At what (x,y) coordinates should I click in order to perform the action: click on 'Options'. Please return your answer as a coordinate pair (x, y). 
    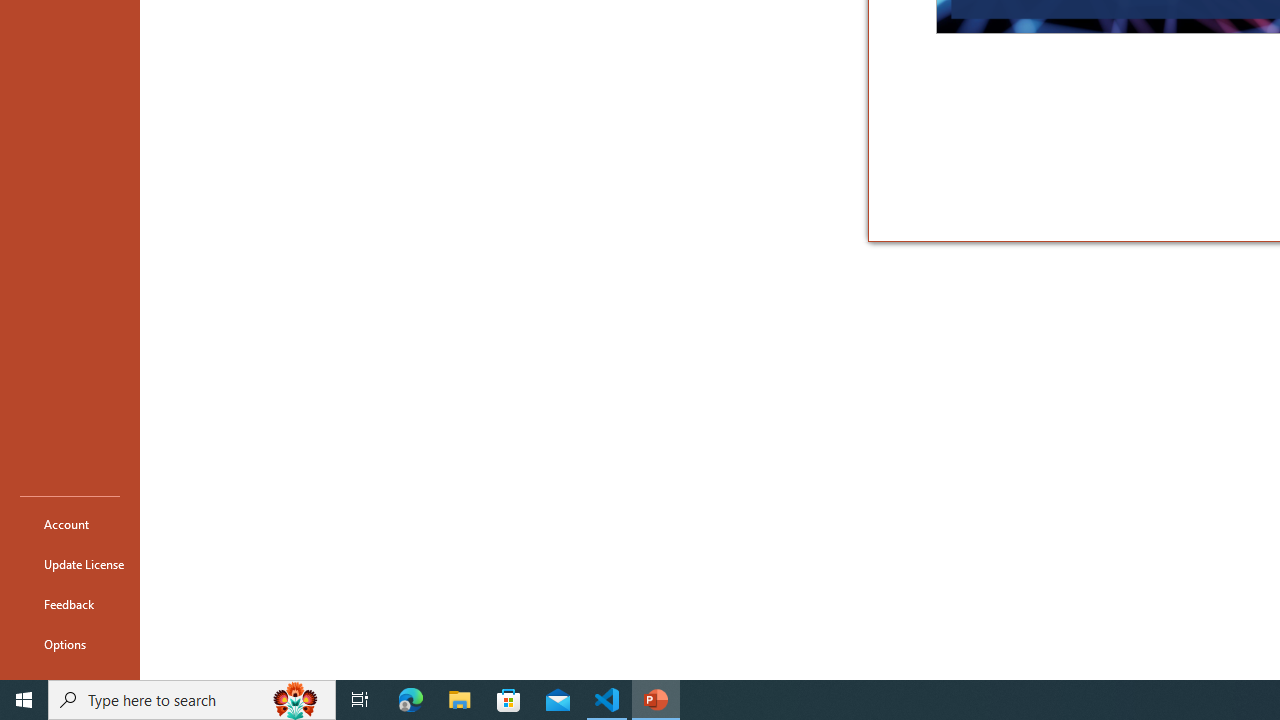
    Looking at the image, I should click on (69, 644).